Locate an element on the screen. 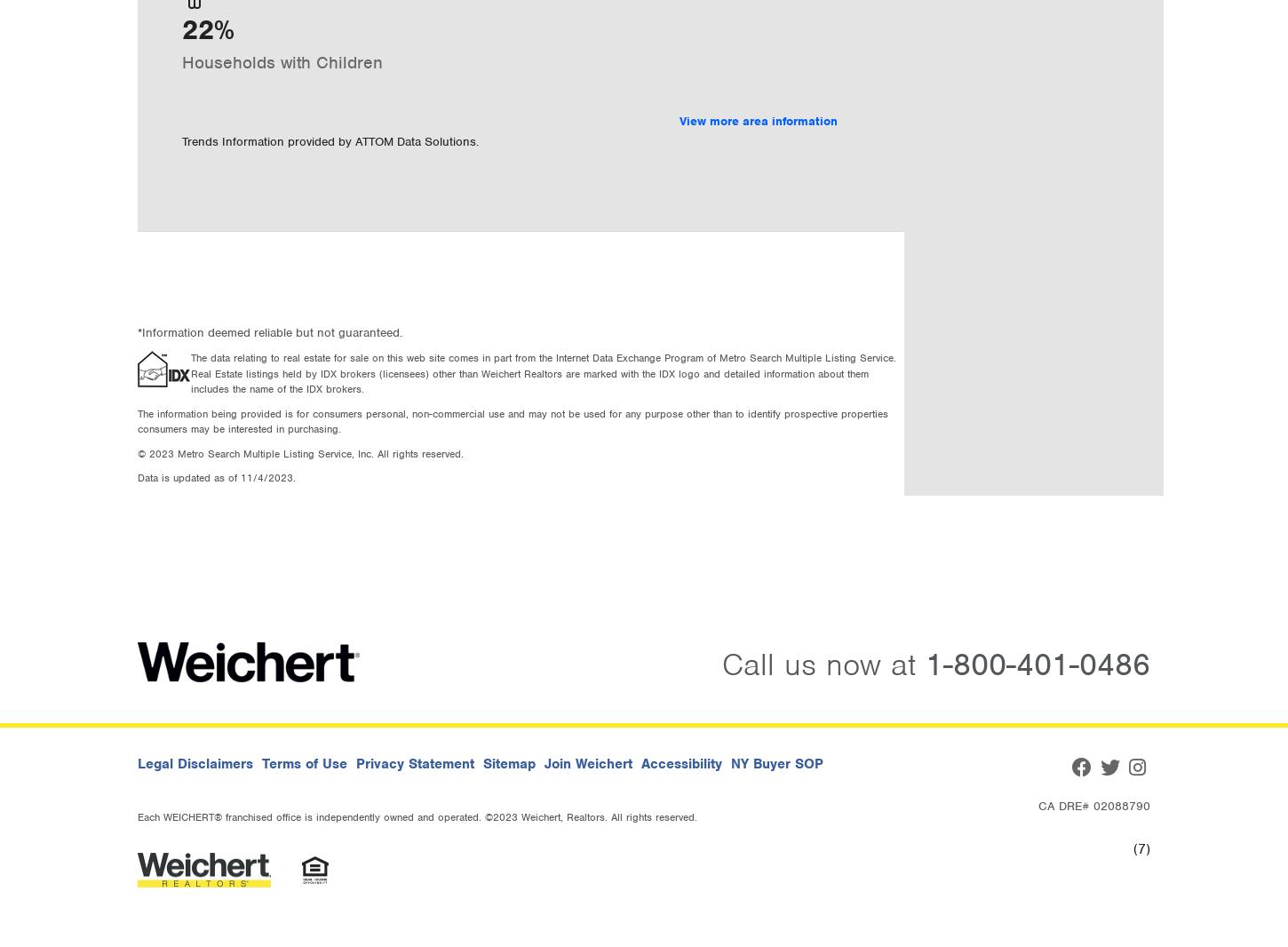  '© 2023 Metro Search Multiple Listing Service, Inc. All rights reserved.' is located at coordinates (300, 452).